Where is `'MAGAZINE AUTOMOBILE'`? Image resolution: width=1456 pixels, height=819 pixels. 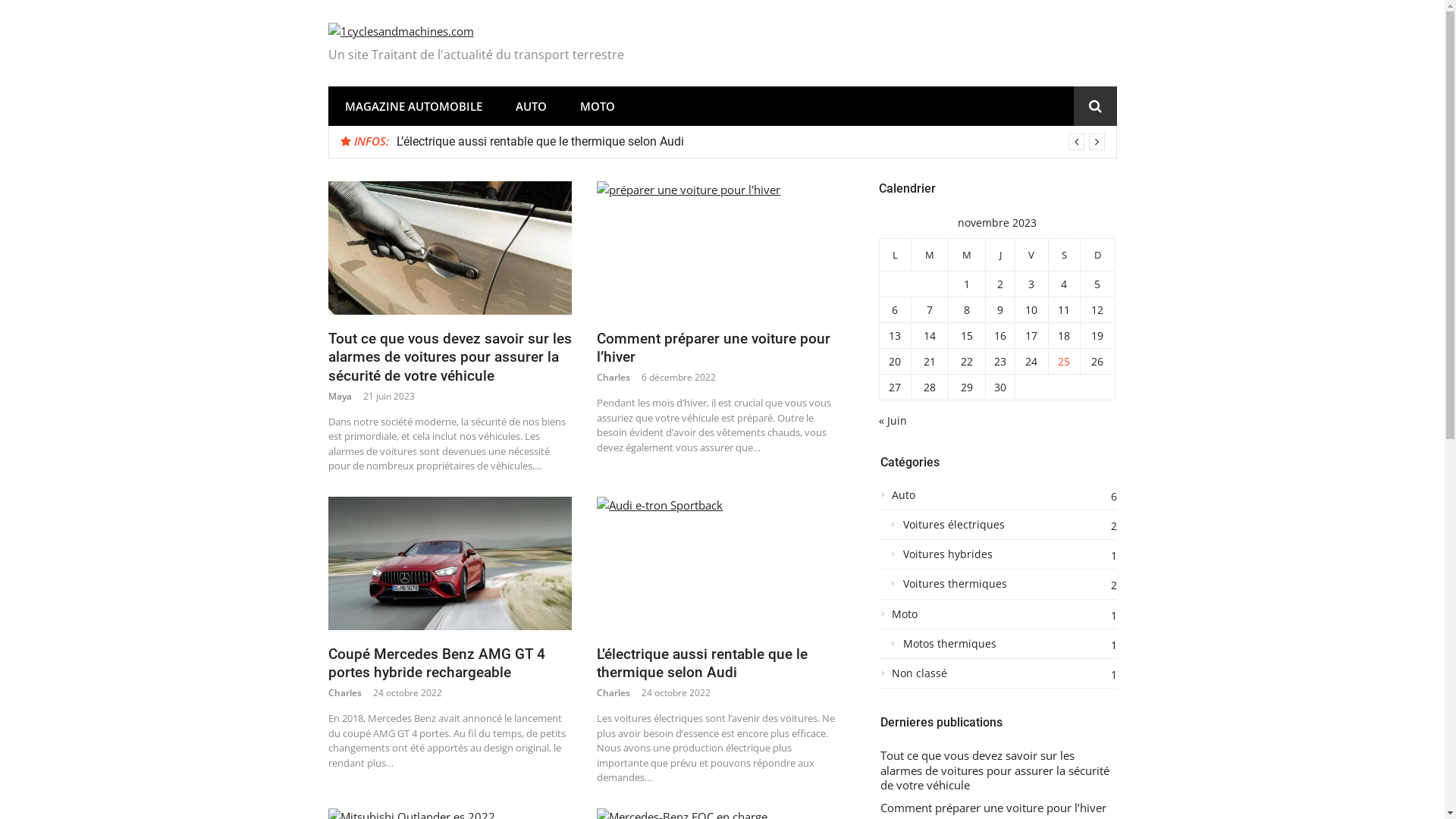 'MAGAZINE AUTOMOBILE' is located at coordinates (413, 105).